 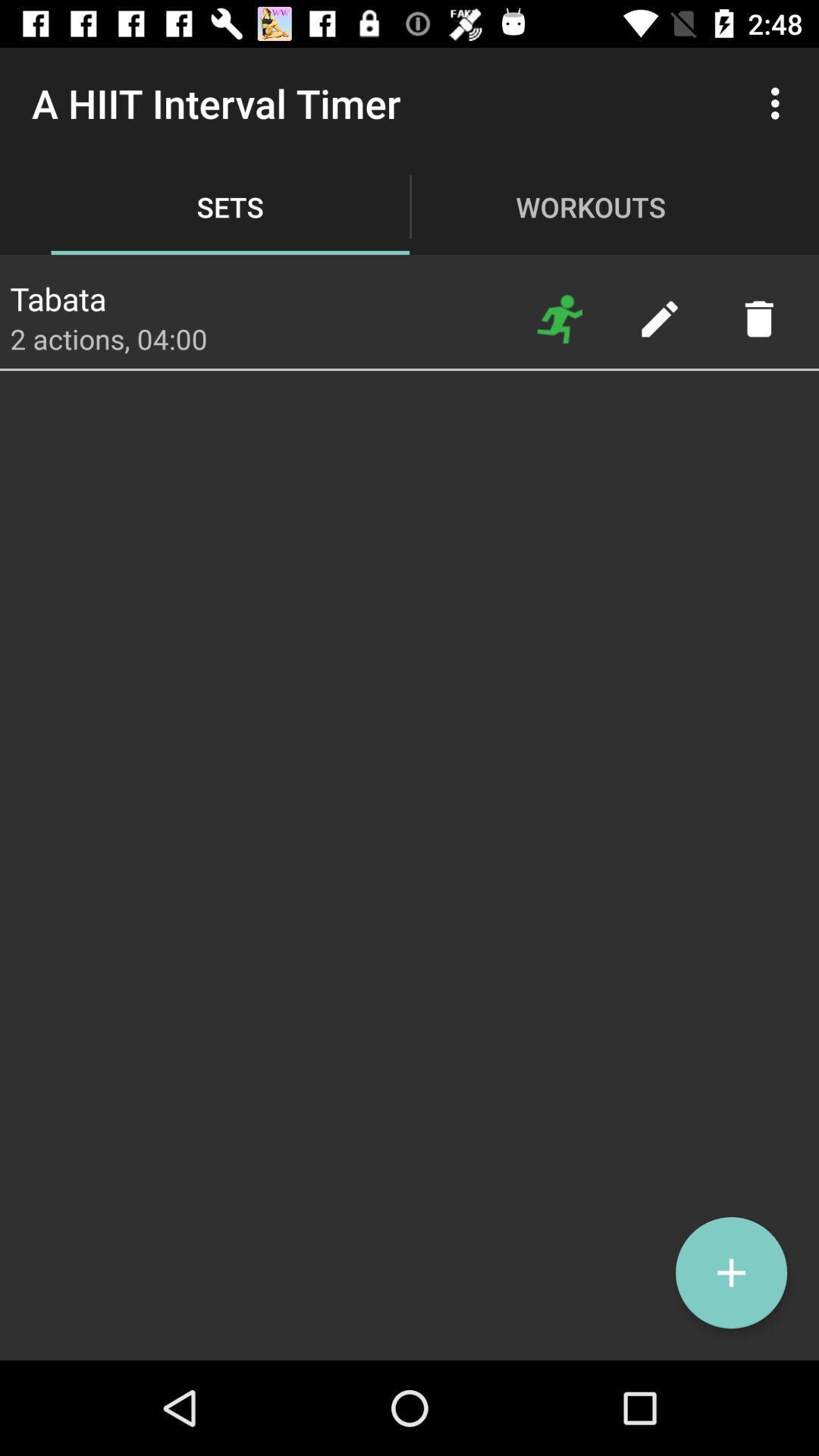 I want to click on tabata icon, so click(x=57, y=294).